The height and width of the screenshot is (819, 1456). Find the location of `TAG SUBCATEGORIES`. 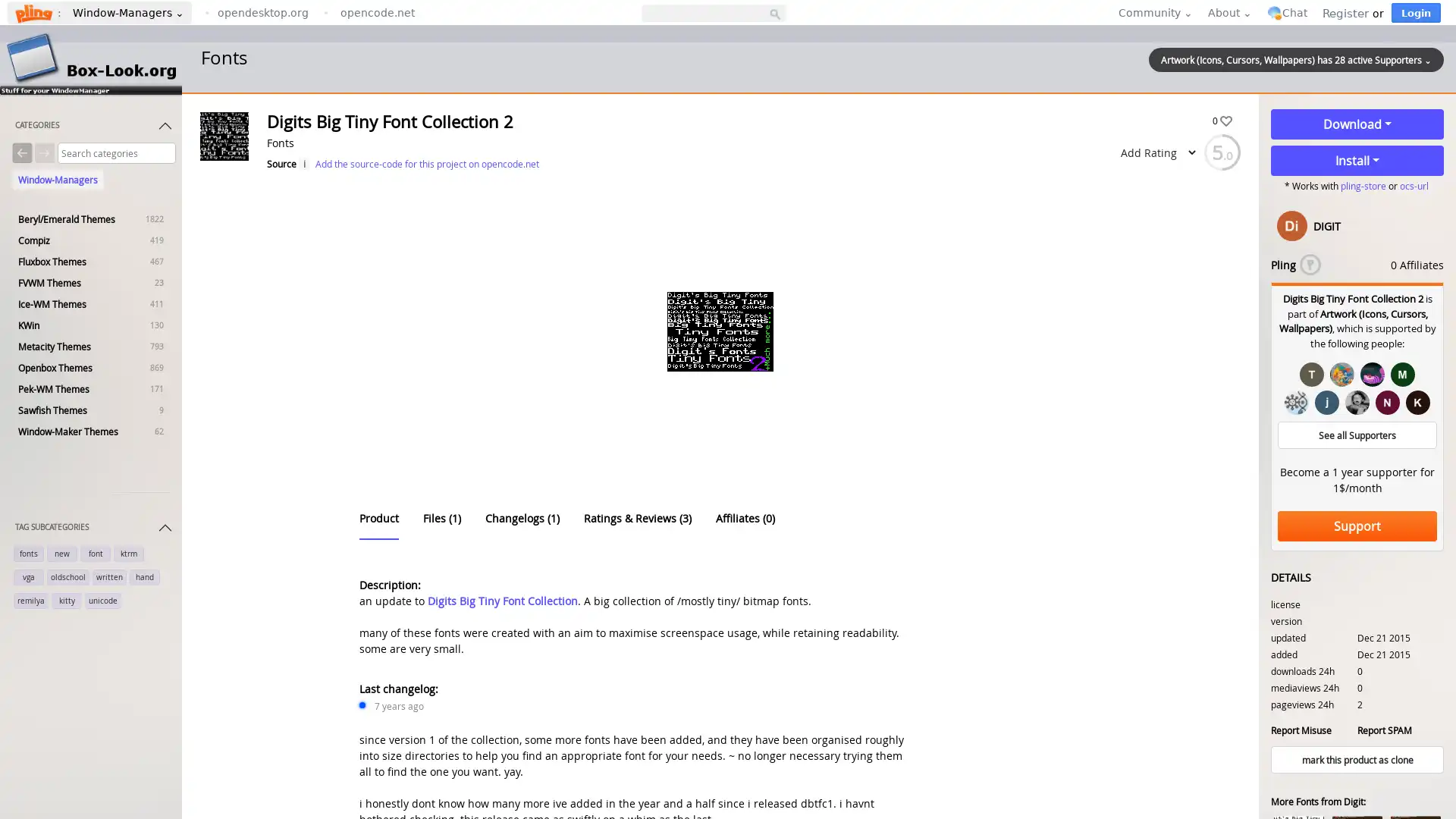

TAG SUBCATEGORIES is located at coordinates (93, 529).